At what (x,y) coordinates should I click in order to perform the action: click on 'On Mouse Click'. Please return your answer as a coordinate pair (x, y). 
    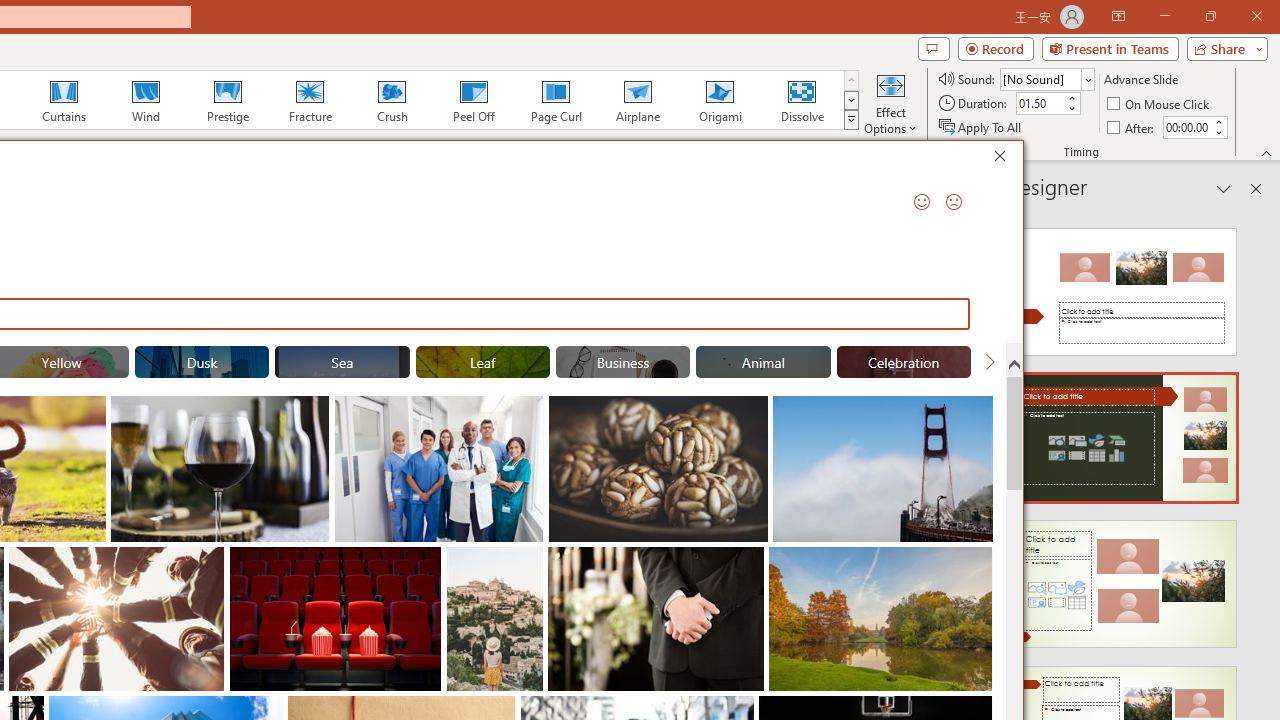
    Looking at the image, I should click on (1159, 103).